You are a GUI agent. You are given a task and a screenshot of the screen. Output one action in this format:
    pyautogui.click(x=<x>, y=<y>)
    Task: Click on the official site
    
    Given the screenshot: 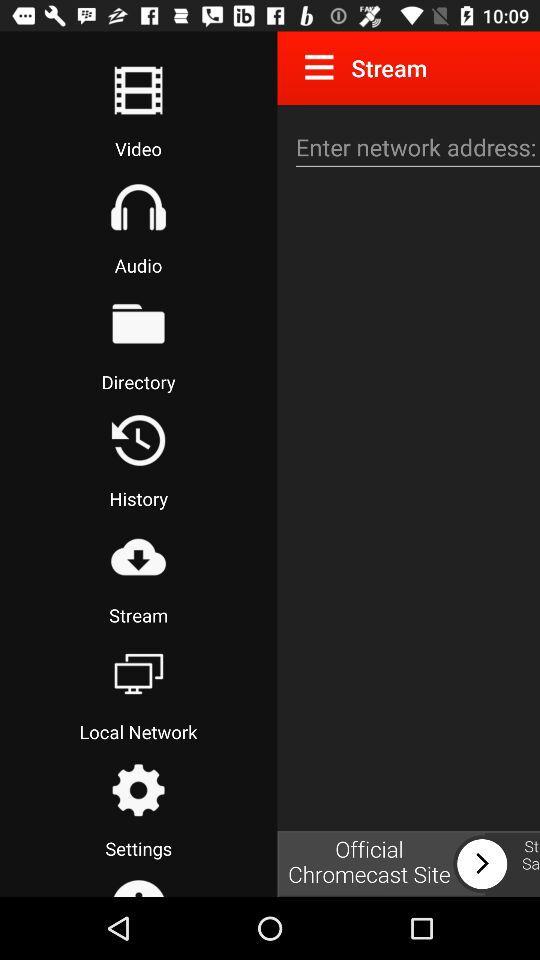 What is the action you would take?
    pyautogui.click(x=407, y=863)
    